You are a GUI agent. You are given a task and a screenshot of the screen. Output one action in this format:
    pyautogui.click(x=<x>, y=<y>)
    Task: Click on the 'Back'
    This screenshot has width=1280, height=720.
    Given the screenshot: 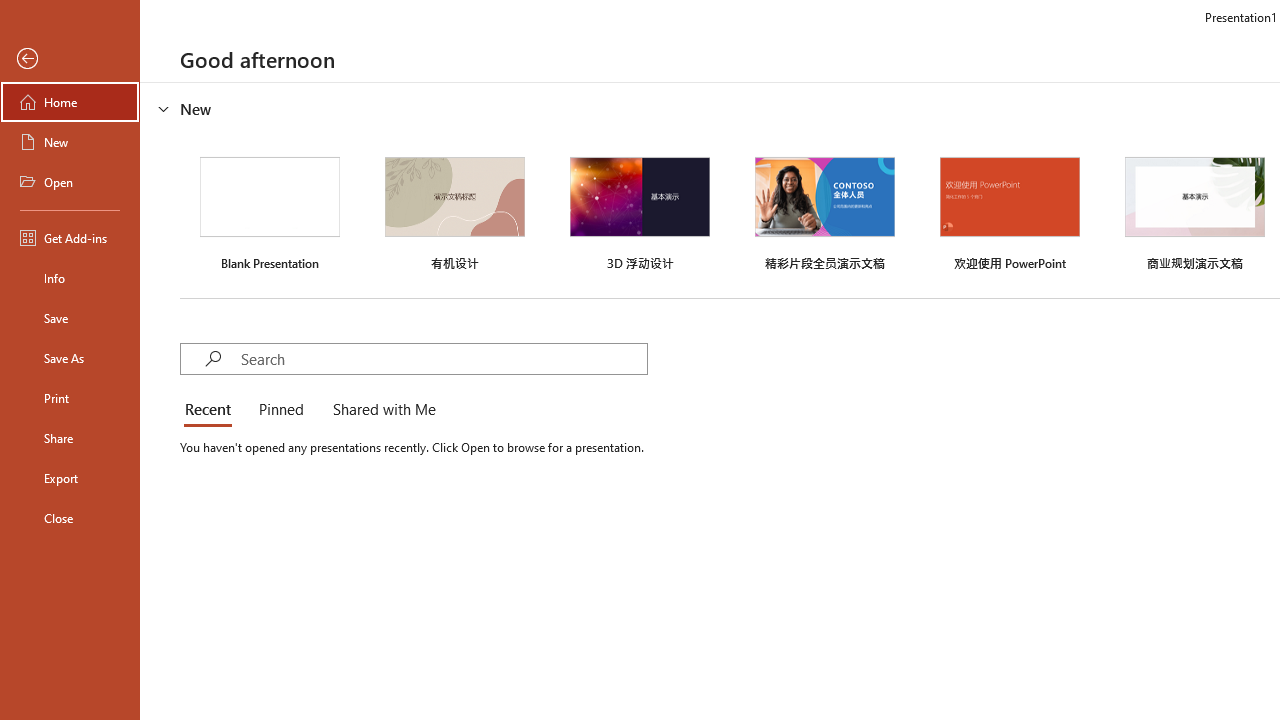 What is the action you would take?
    pyautogui.click(x=69, y=58)
    